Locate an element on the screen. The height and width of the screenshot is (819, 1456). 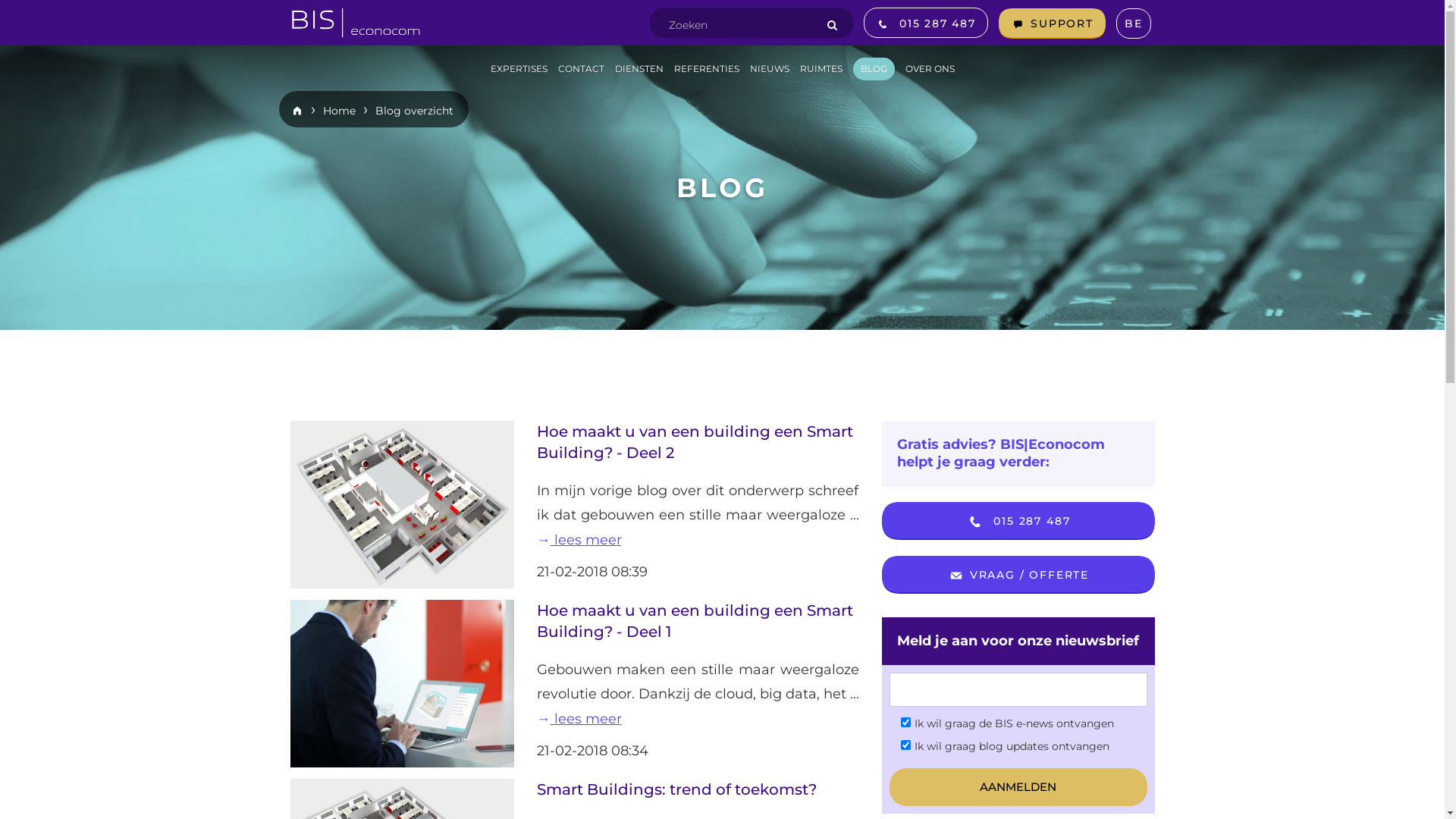
'aanmelden' is located at coordinates (1018, 786).